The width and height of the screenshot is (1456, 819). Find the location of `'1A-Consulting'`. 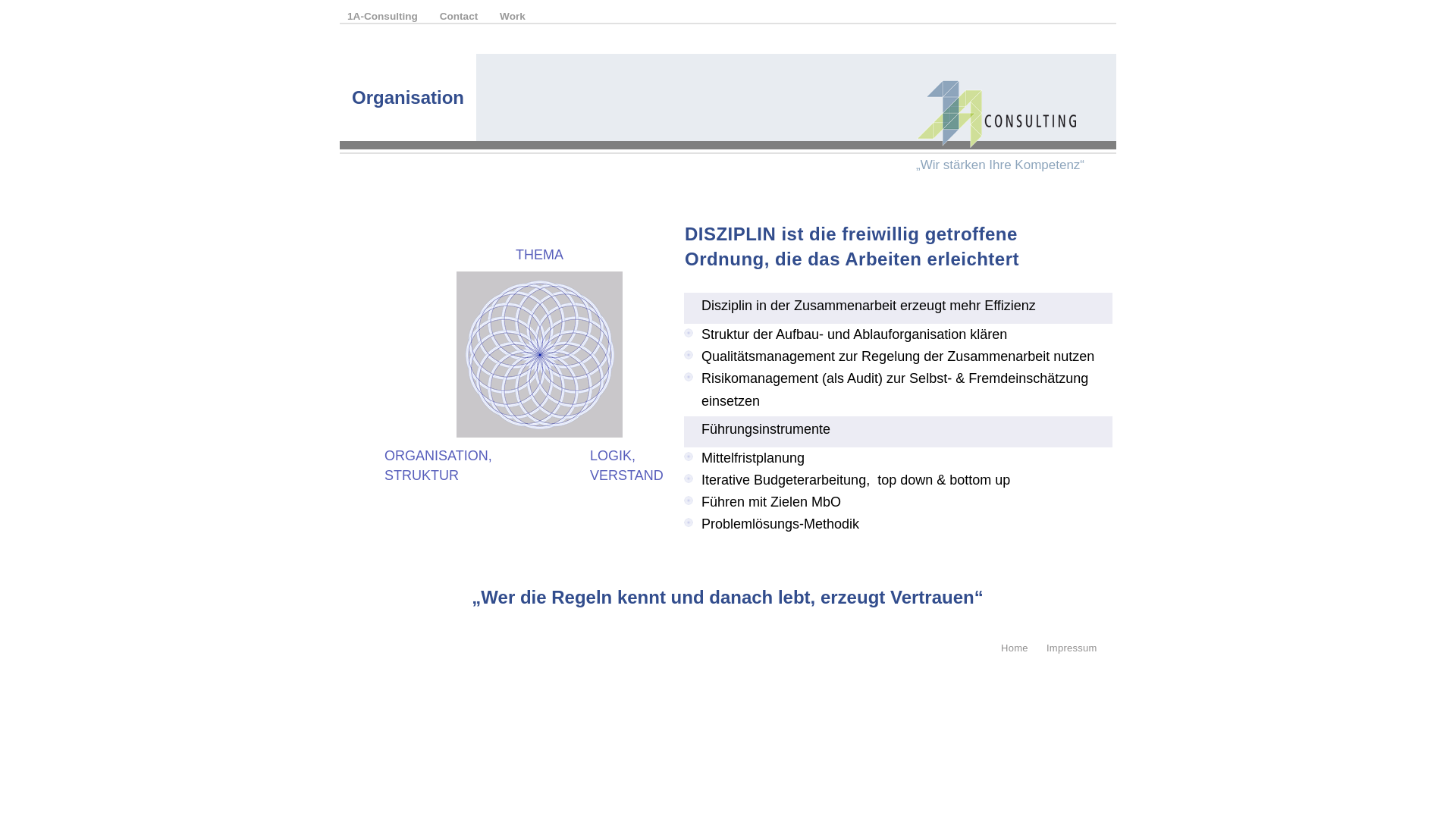

'1A-Consulting' is located at coordinates (384, 16).